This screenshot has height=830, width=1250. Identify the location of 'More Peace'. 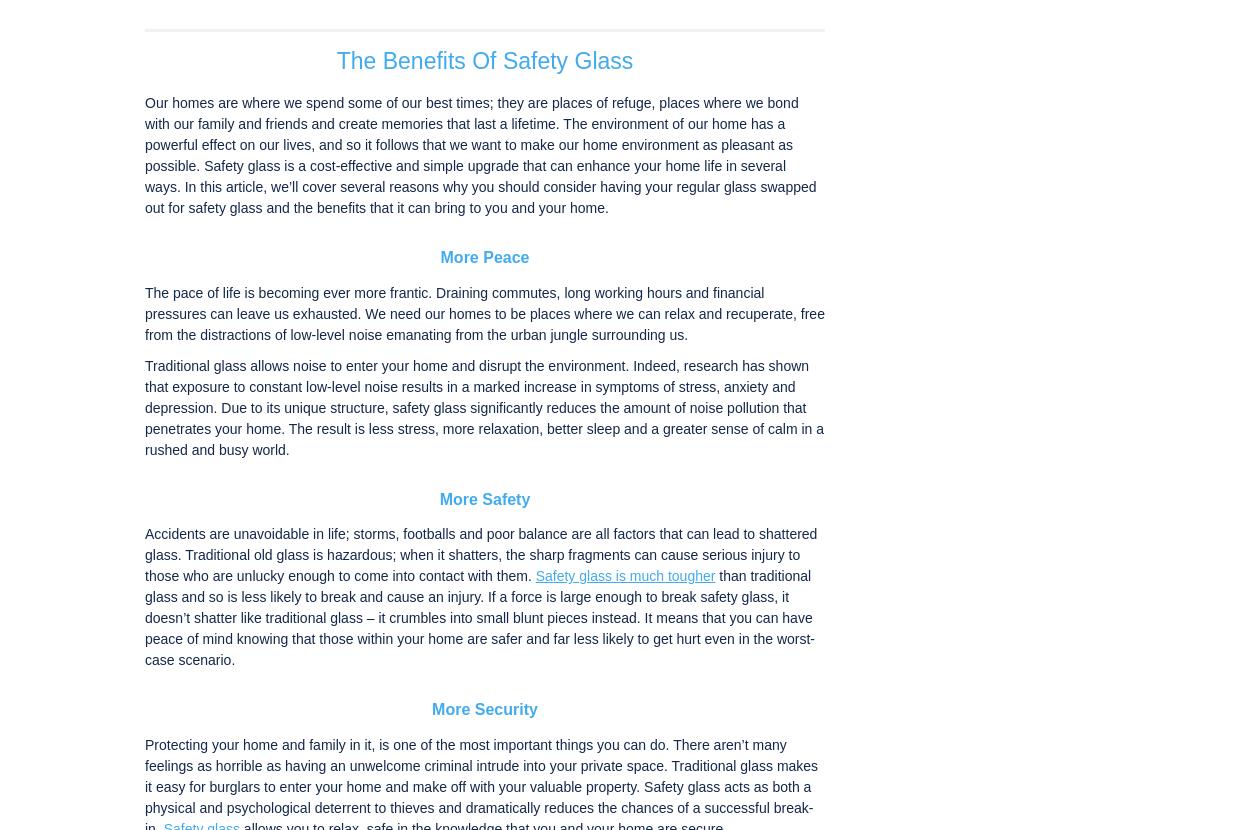
(439, 257).